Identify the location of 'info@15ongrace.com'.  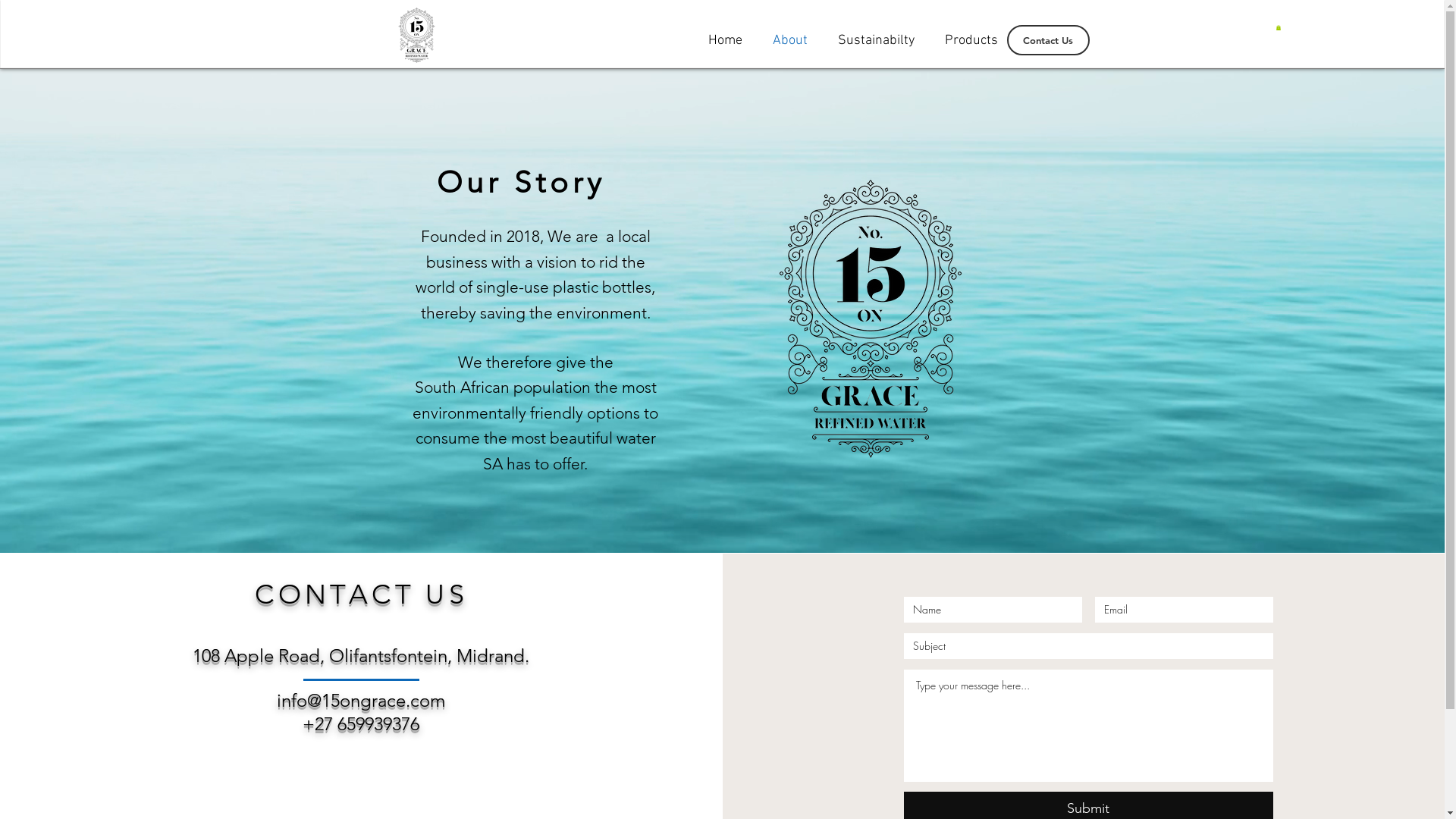
(359, 700).